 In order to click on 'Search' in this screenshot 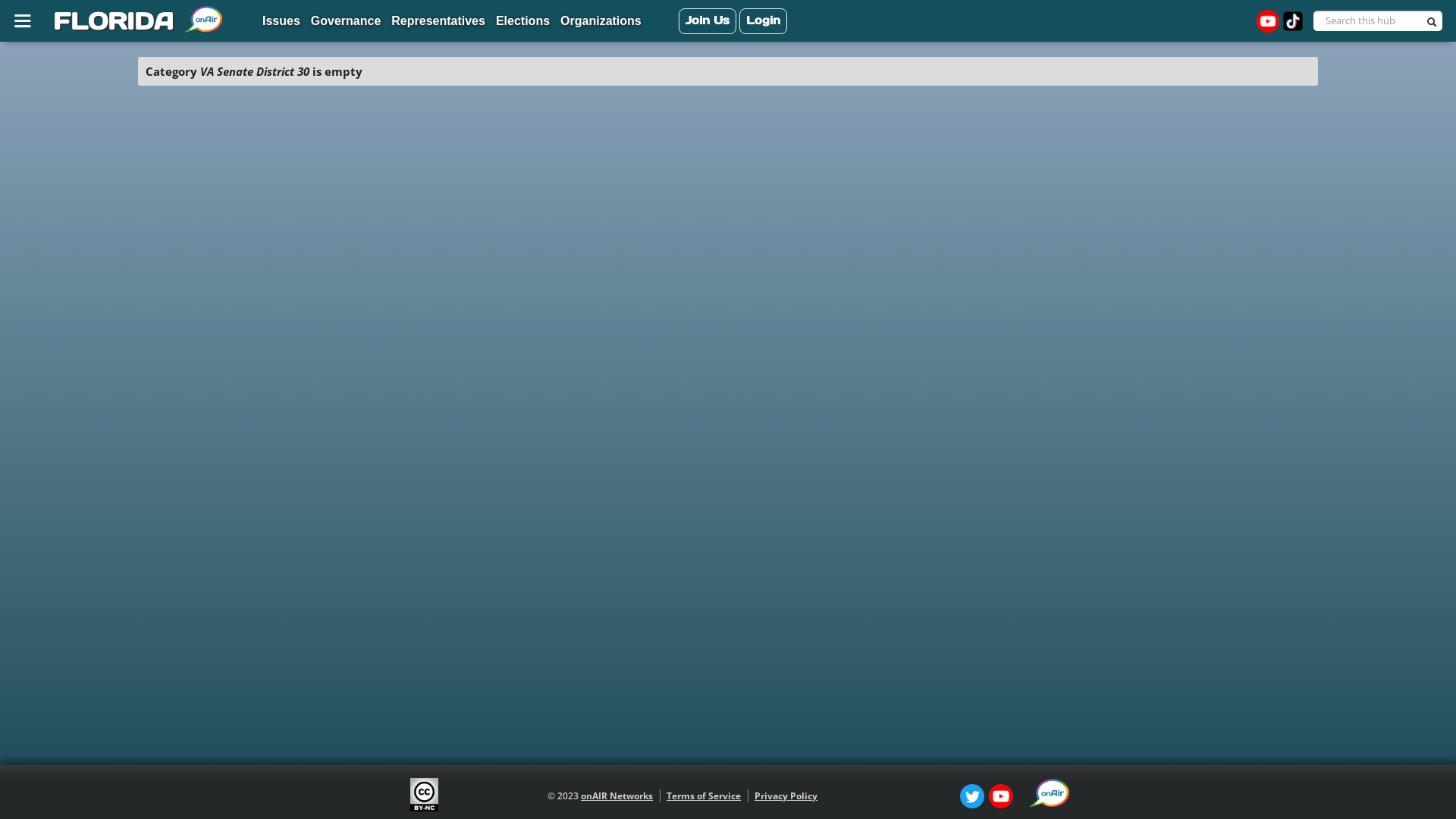, I will do `click(1433, 24)`.